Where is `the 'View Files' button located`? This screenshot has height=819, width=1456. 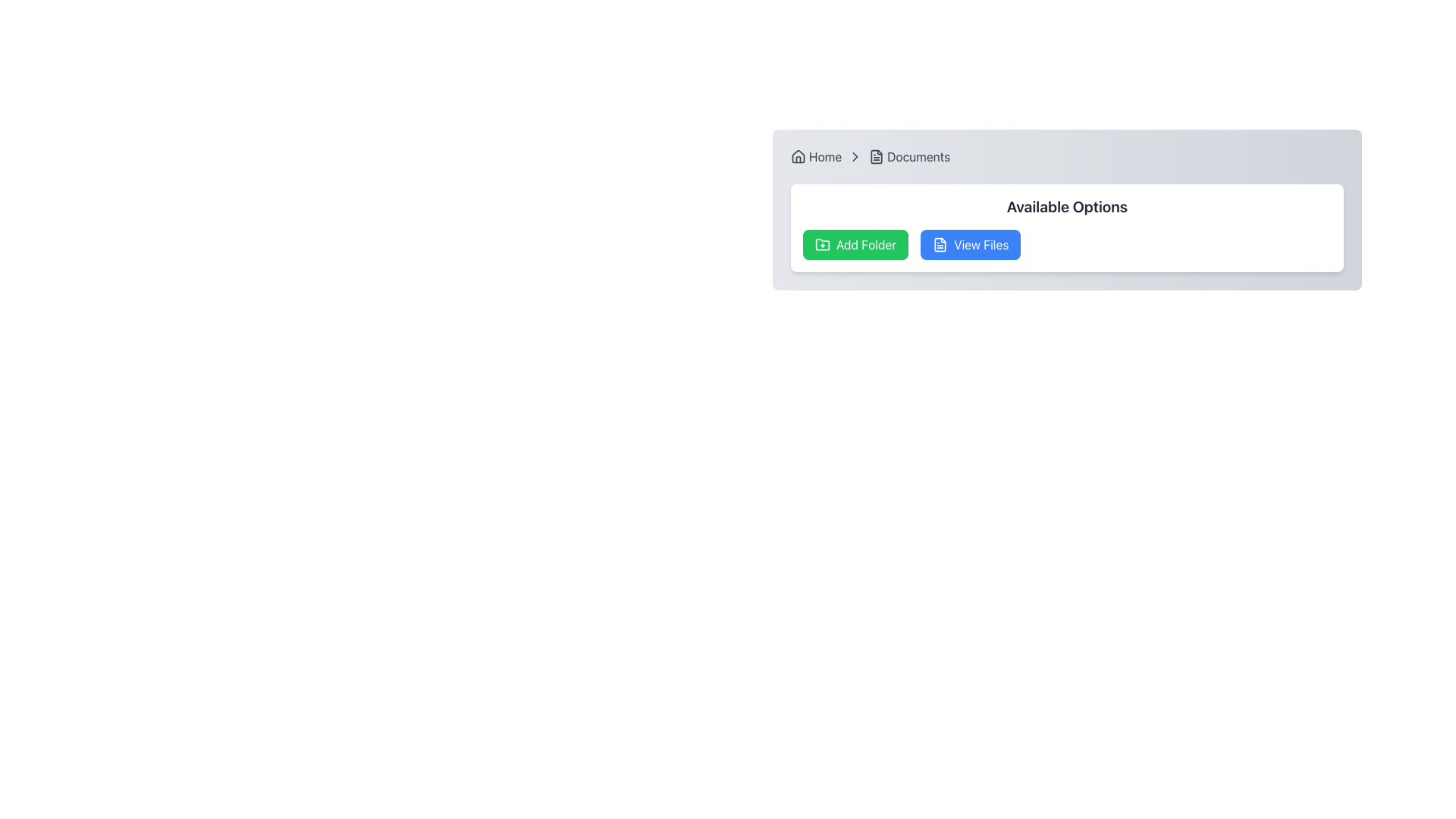 the 'View Files' button located is located at coordinates (981, 244).